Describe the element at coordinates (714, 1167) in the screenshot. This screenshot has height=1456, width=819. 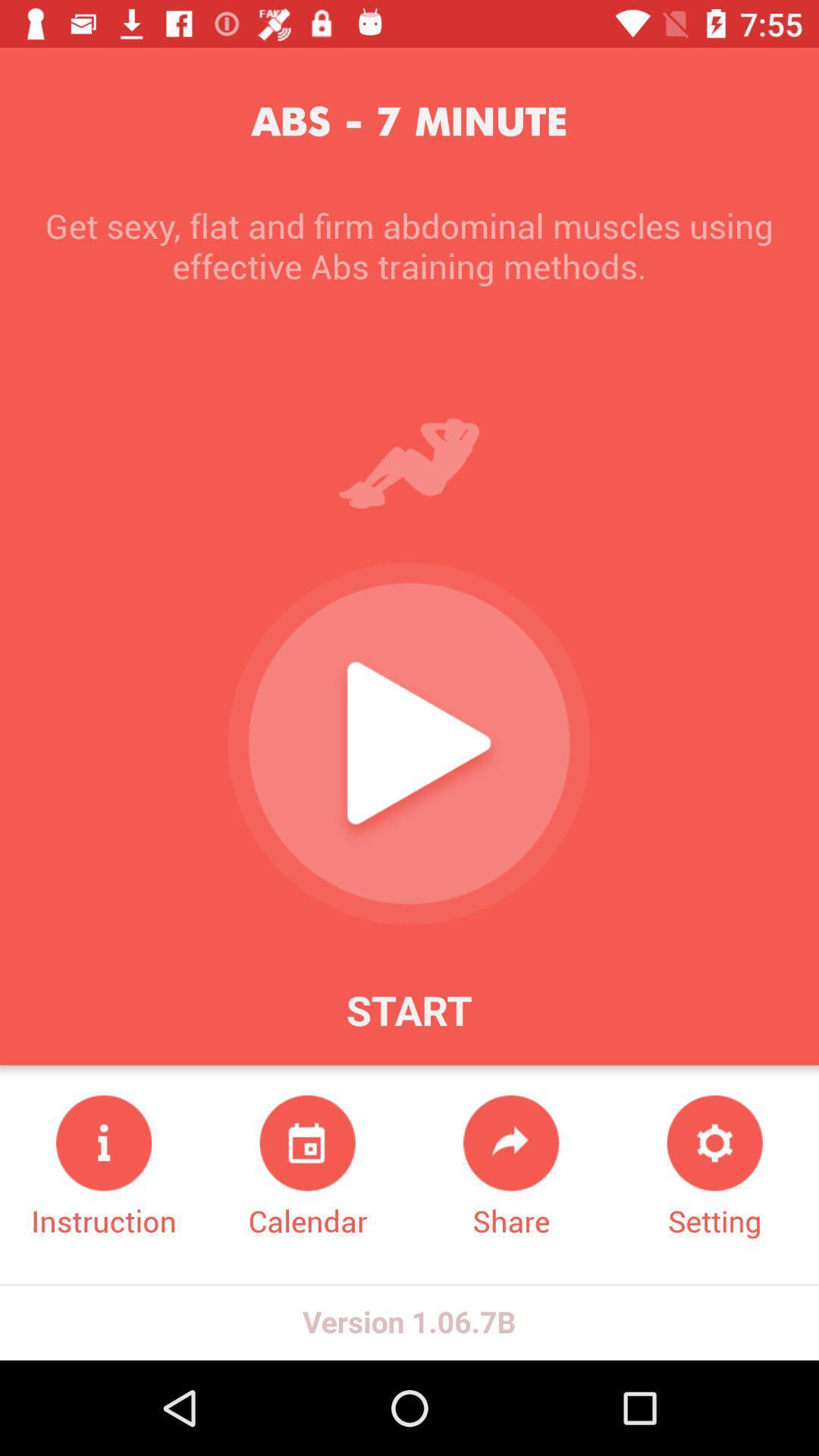
I see `the item next to share` at that location.